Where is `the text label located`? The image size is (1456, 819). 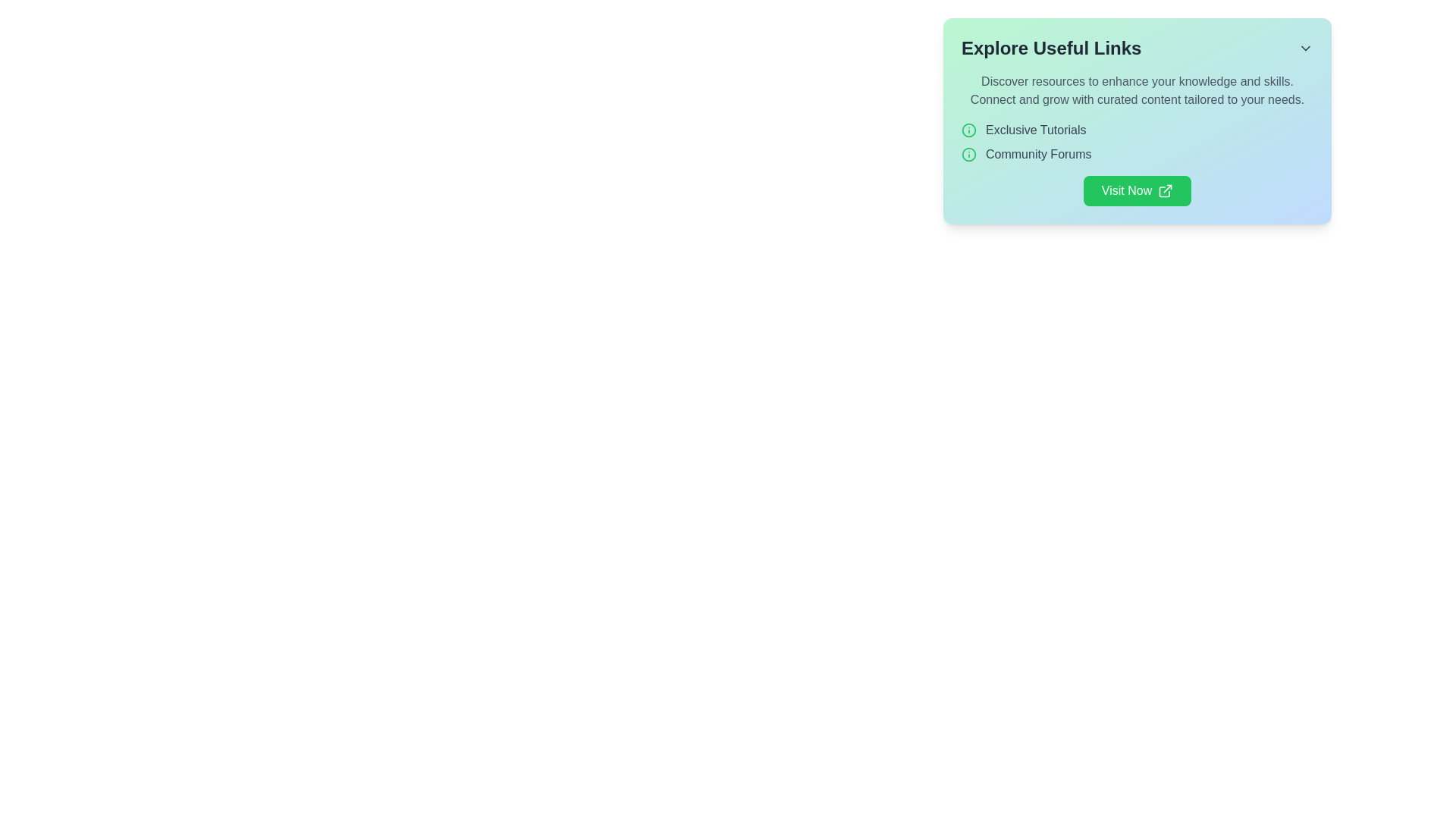
the text label located is located at coordinates (1035, 130).